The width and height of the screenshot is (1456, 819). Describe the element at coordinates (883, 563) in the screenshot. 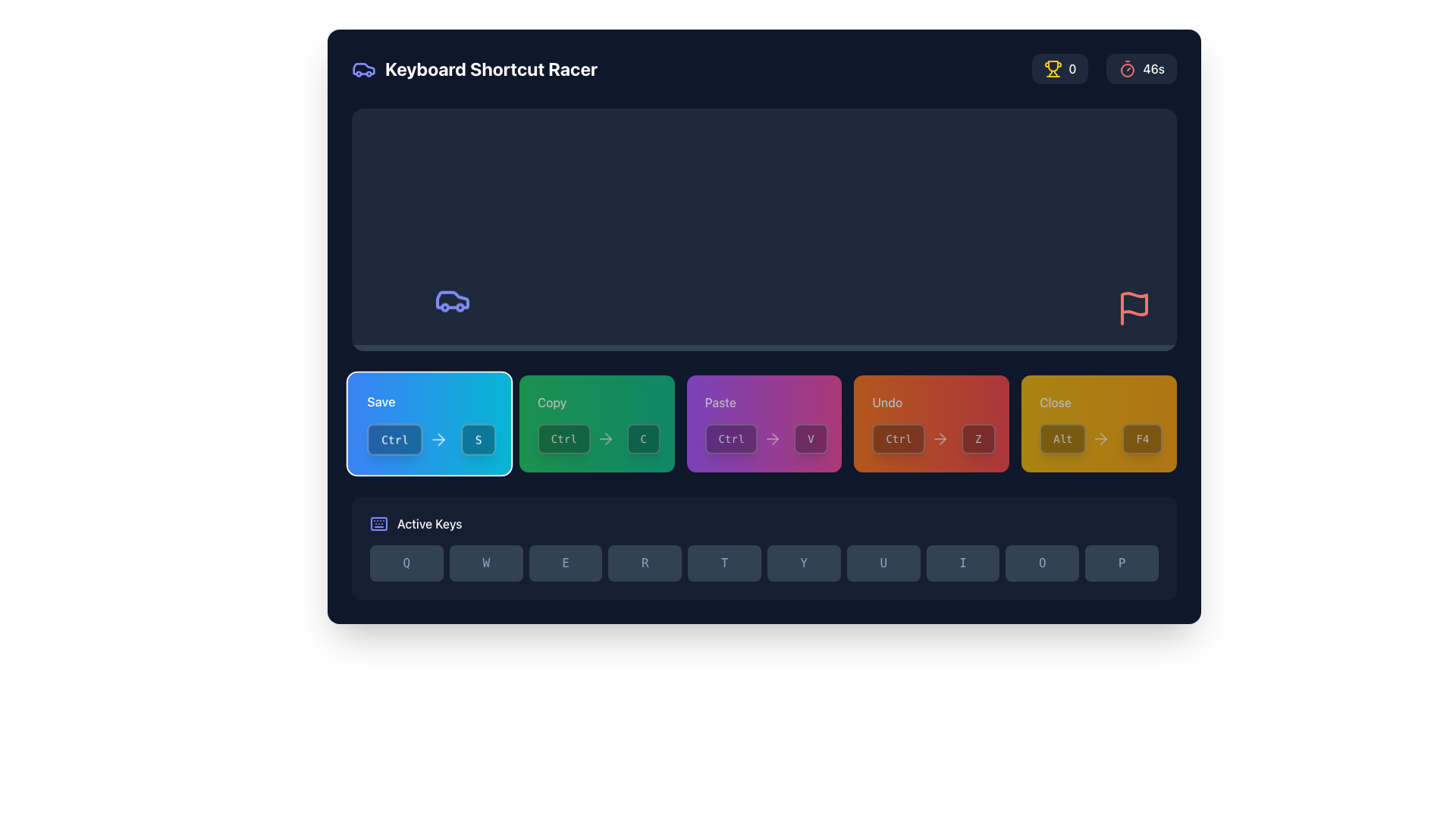

I see `the 'U' key button in the virtual keyboard interface, which is the seventh key in the row of ten keys ('QWERTYUIOP')` at that location.